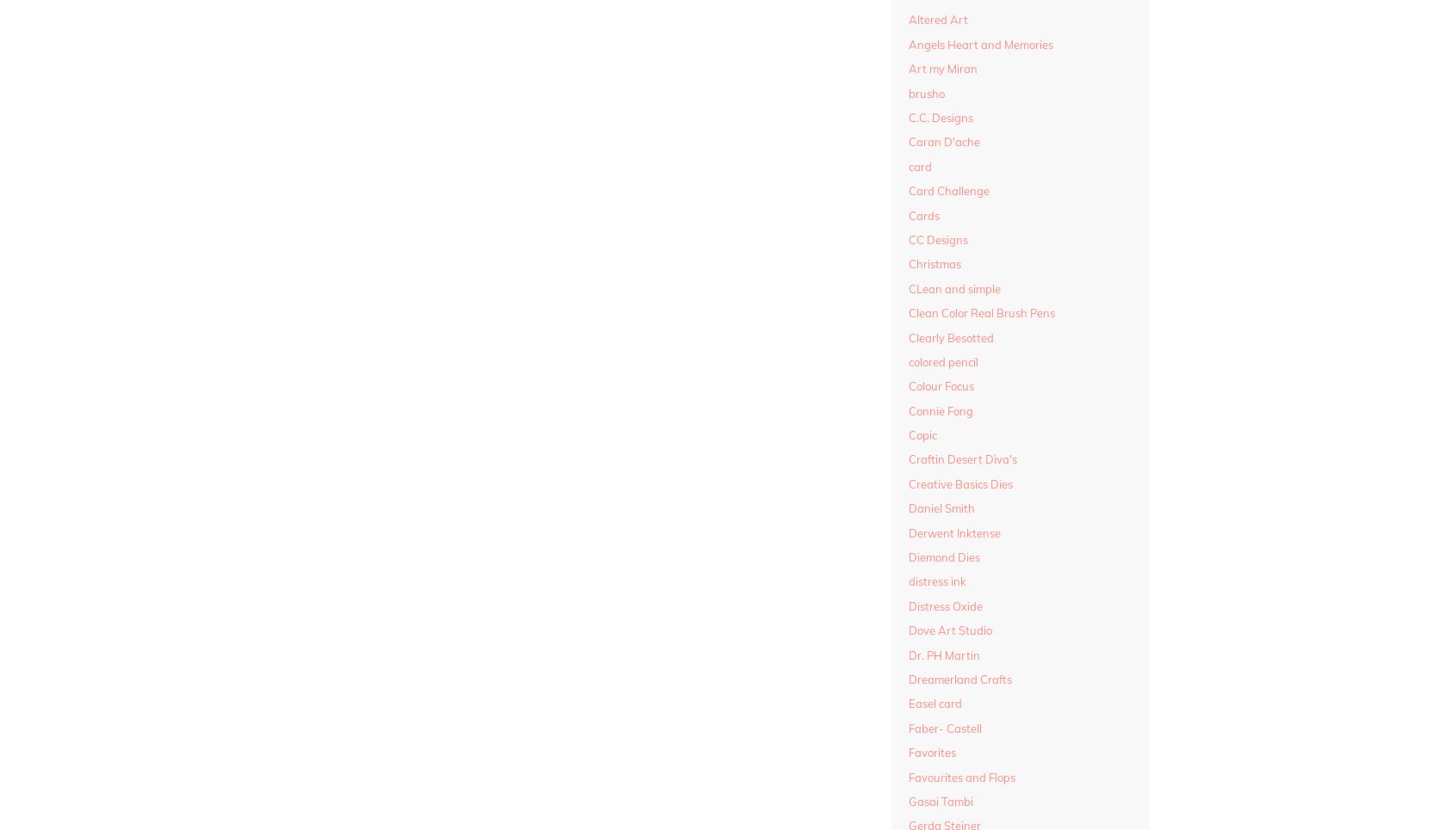 This screenshot has width=1456, height=830. Describe the element at coordinates (906, 166) in the screenshot. I see `'card'` at that location.